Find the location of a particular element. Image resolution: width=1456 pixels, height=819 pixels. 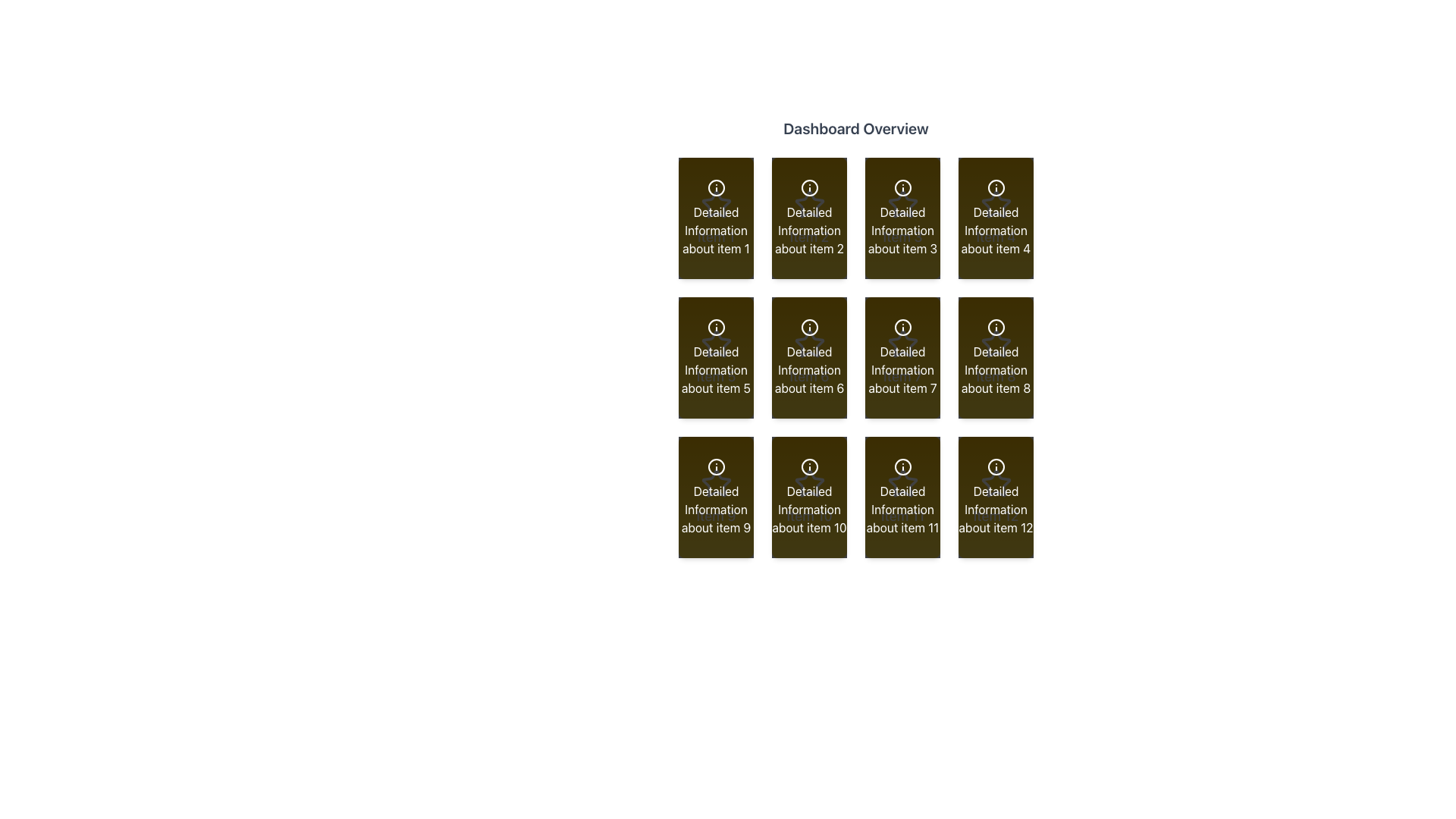

the circular icon with a visible border located in the third card of the top row titled 'Detailed Information about item 3' is located at coordinates (902, 187).